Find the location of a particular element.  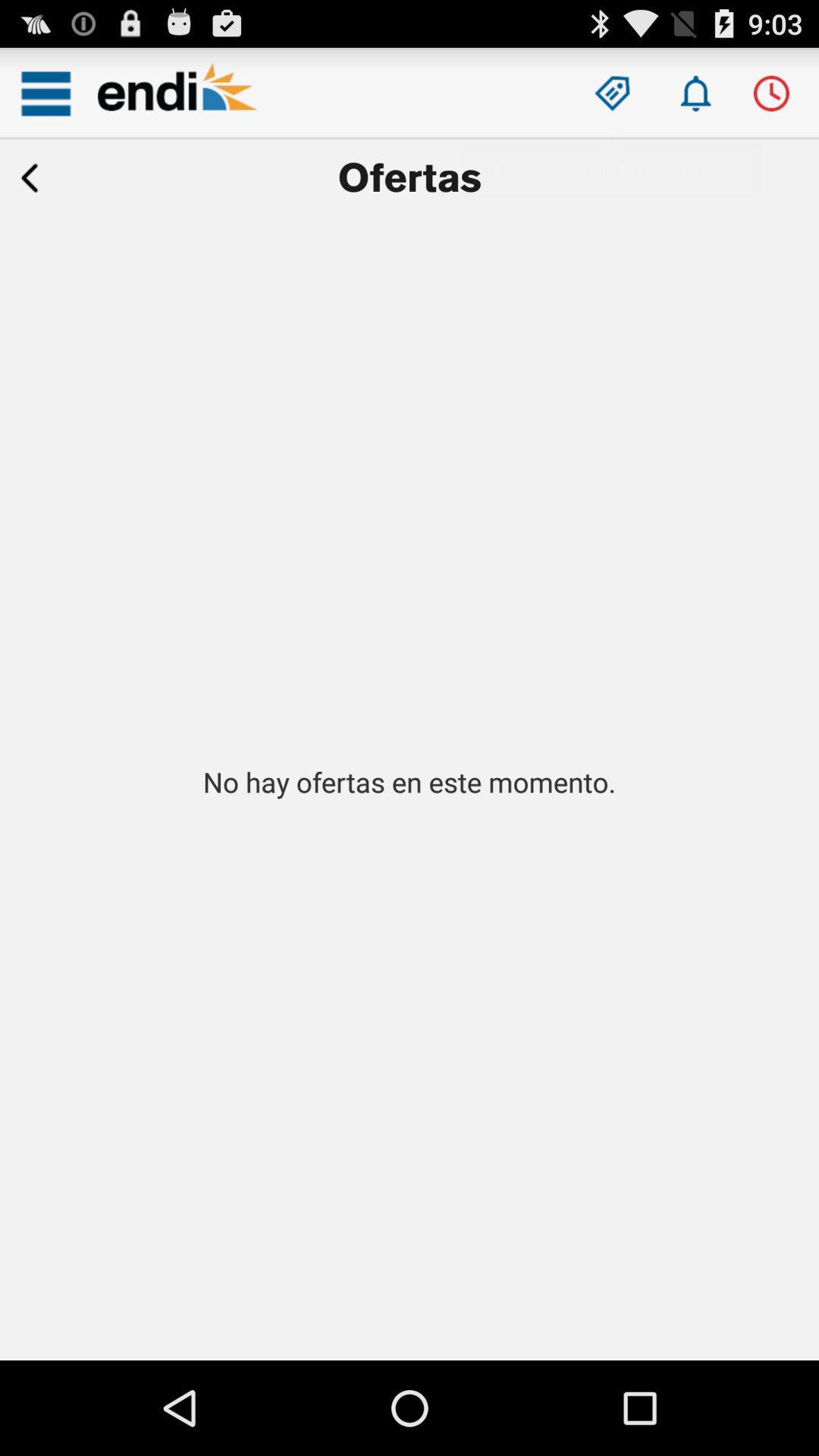

opens a dropdown menu of choices is located at coordinates (45, 93).